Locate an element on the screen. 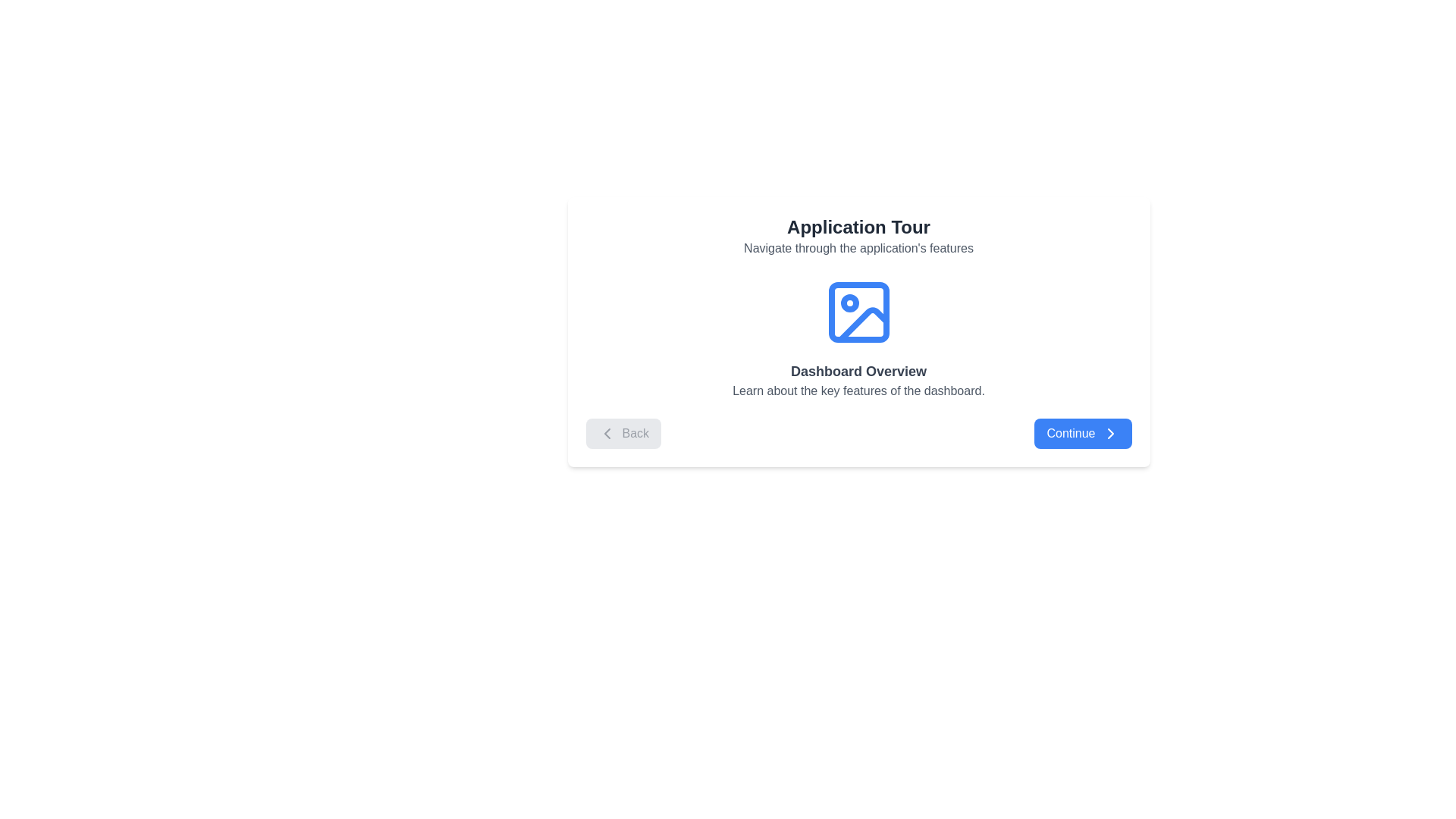 Image resolution: width=1456 pixels, height=819 pixels. the 'Back' button located at the bottom left of the interface is located at coordinates (623, 433).